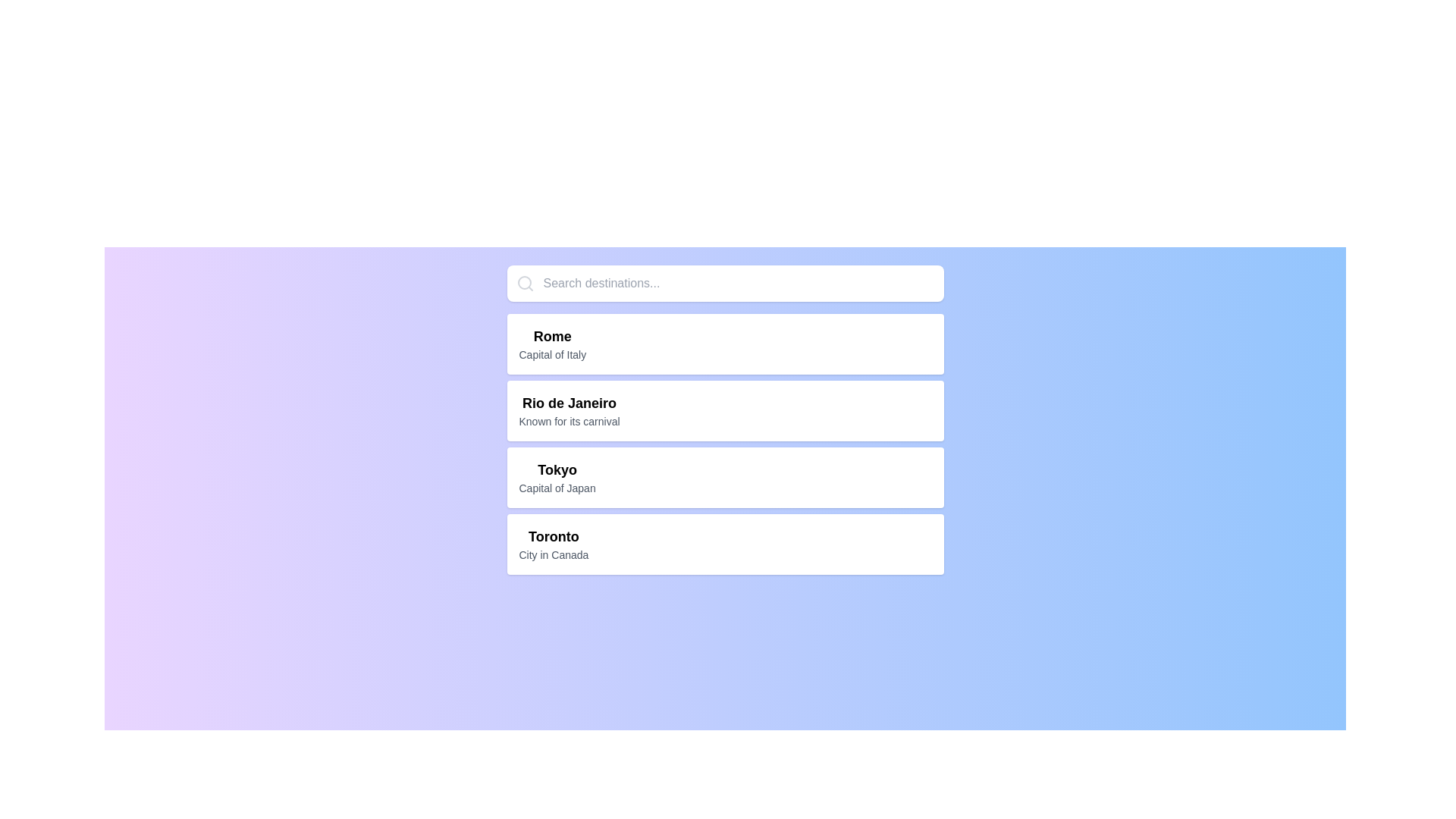  Describe the element at coordinates (569, 403) in the screenshot. I see `the text label identifying the city as 'Rio de Janeiro', which is located at the top of the second rectangular card in the interface` at that location.